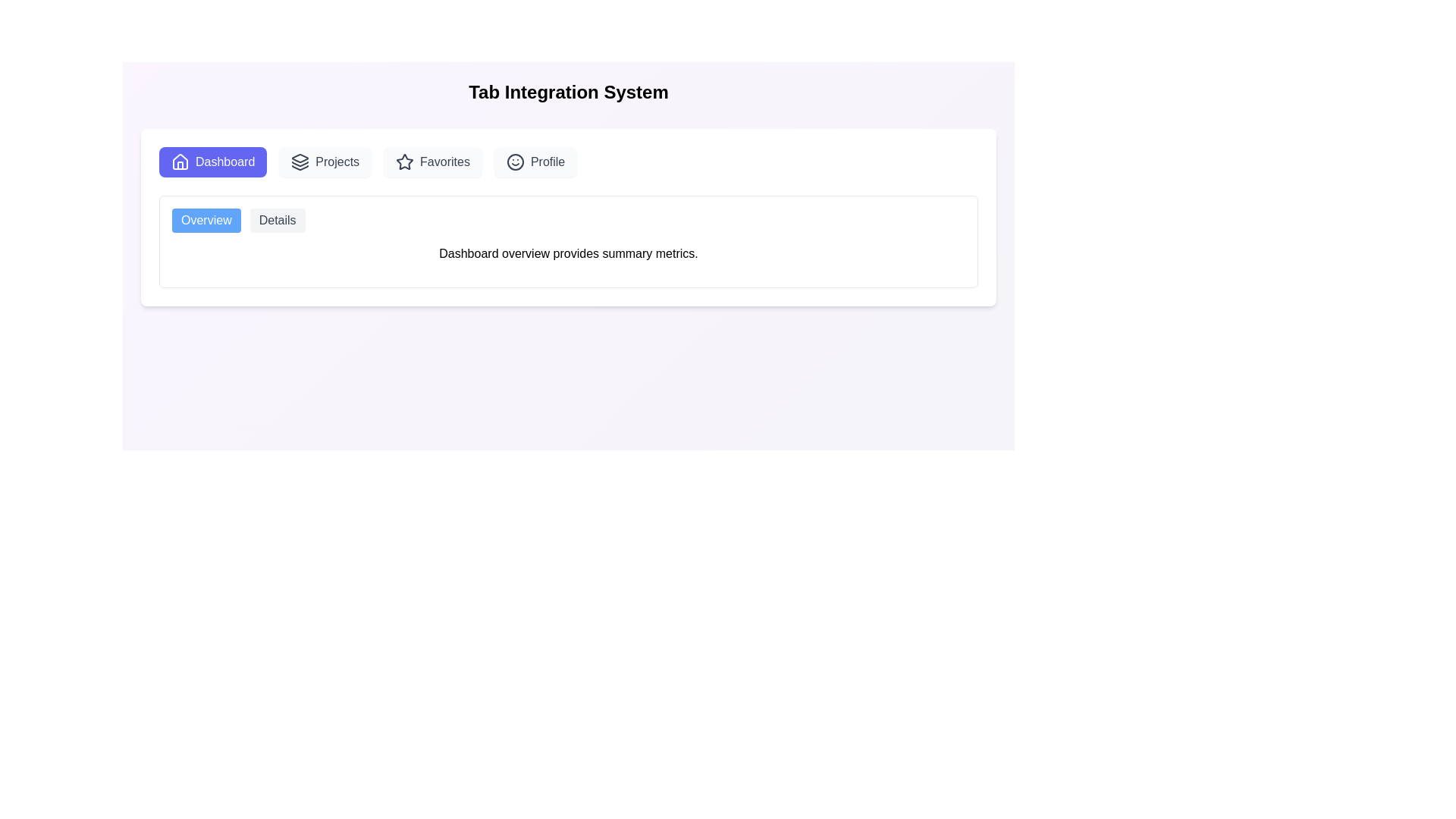  I want to click on the star icon in the 'Favorites' section of the top navigation bar, so click(405, 162).